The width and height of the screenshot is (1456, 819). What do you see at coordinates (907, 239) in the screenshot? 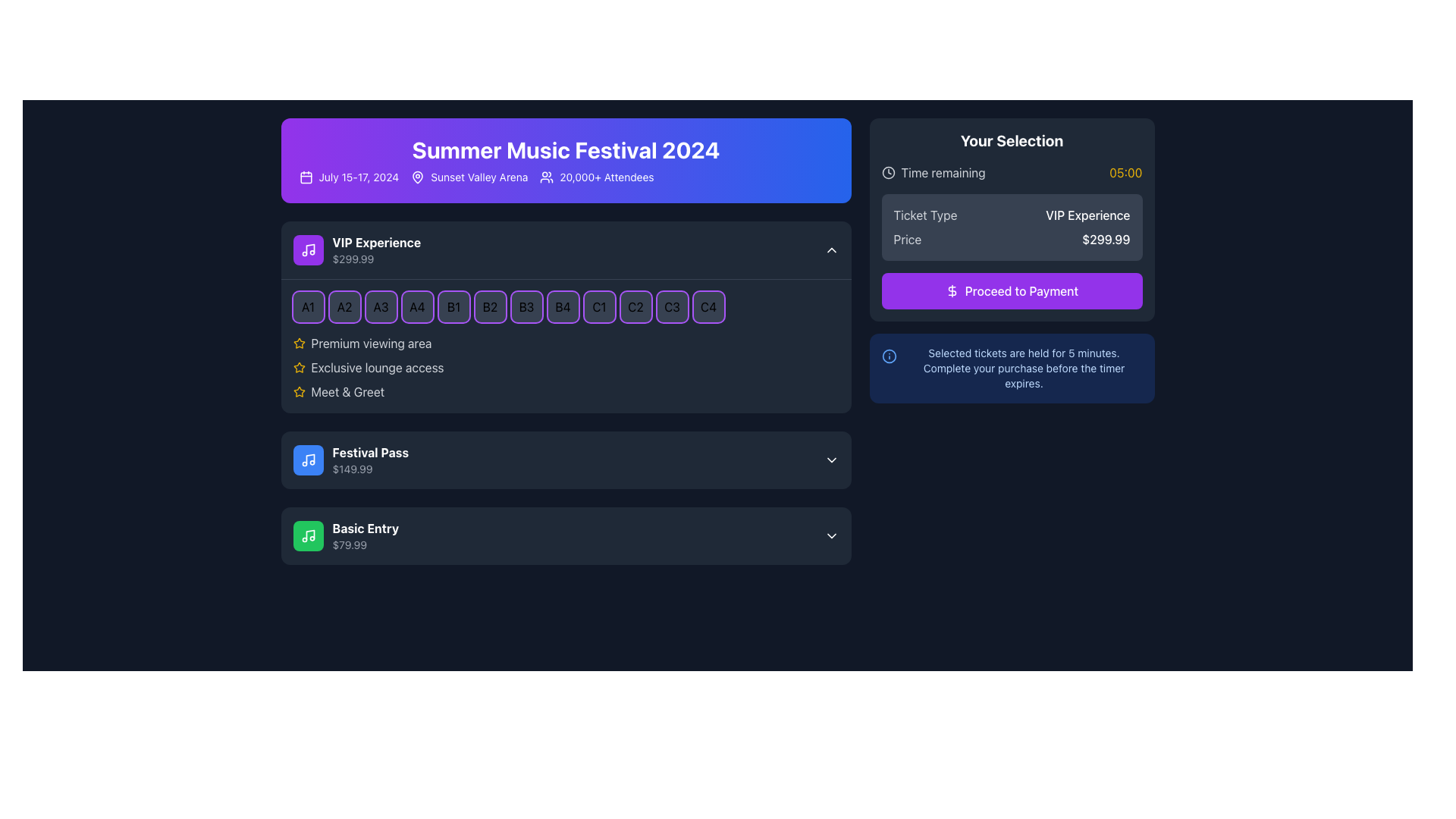
I see `the static text label indicating the price of the selected ticket type, which is located on the left side of the '$299.99' text in the 'Your Selection' panel` at bounding box center [907, 239].